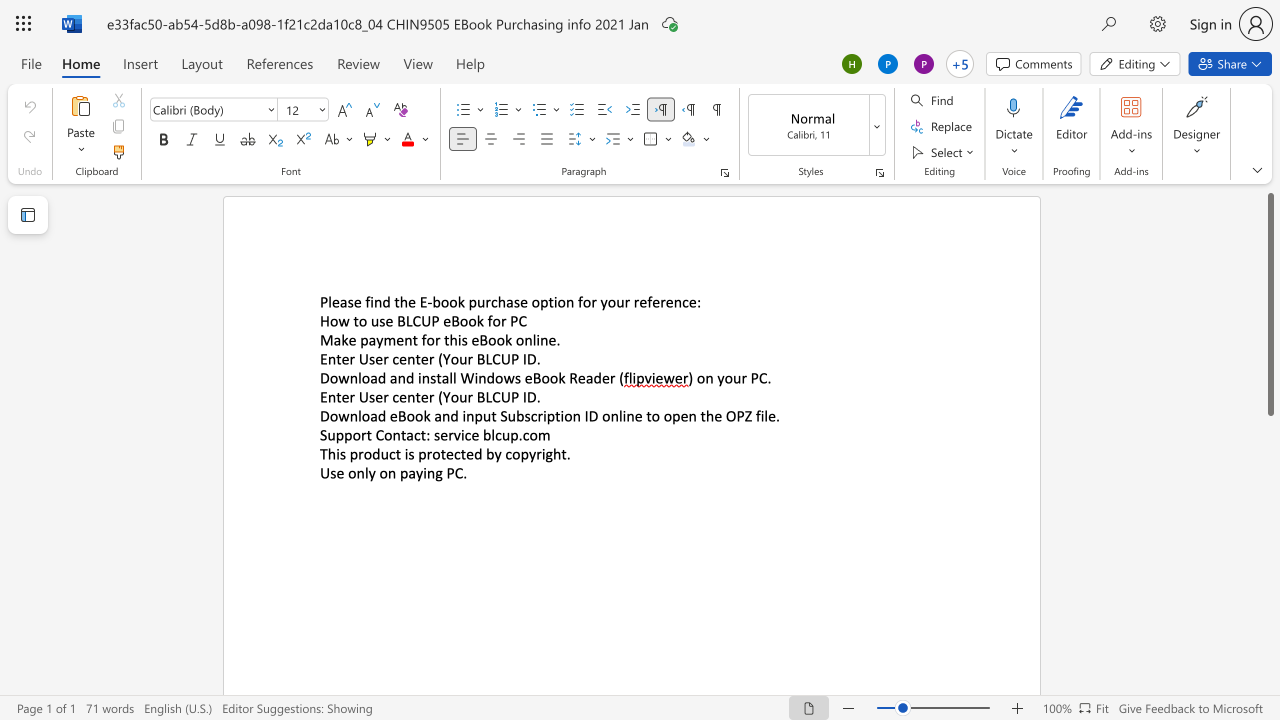 Image resolution: width=1280 pixels, height=720 pixels. What do you see at coordinates (1269, 304) in the screenshot?
I see `the scrollbar and move down 580 pixels` at bounding box center [1269, 304].